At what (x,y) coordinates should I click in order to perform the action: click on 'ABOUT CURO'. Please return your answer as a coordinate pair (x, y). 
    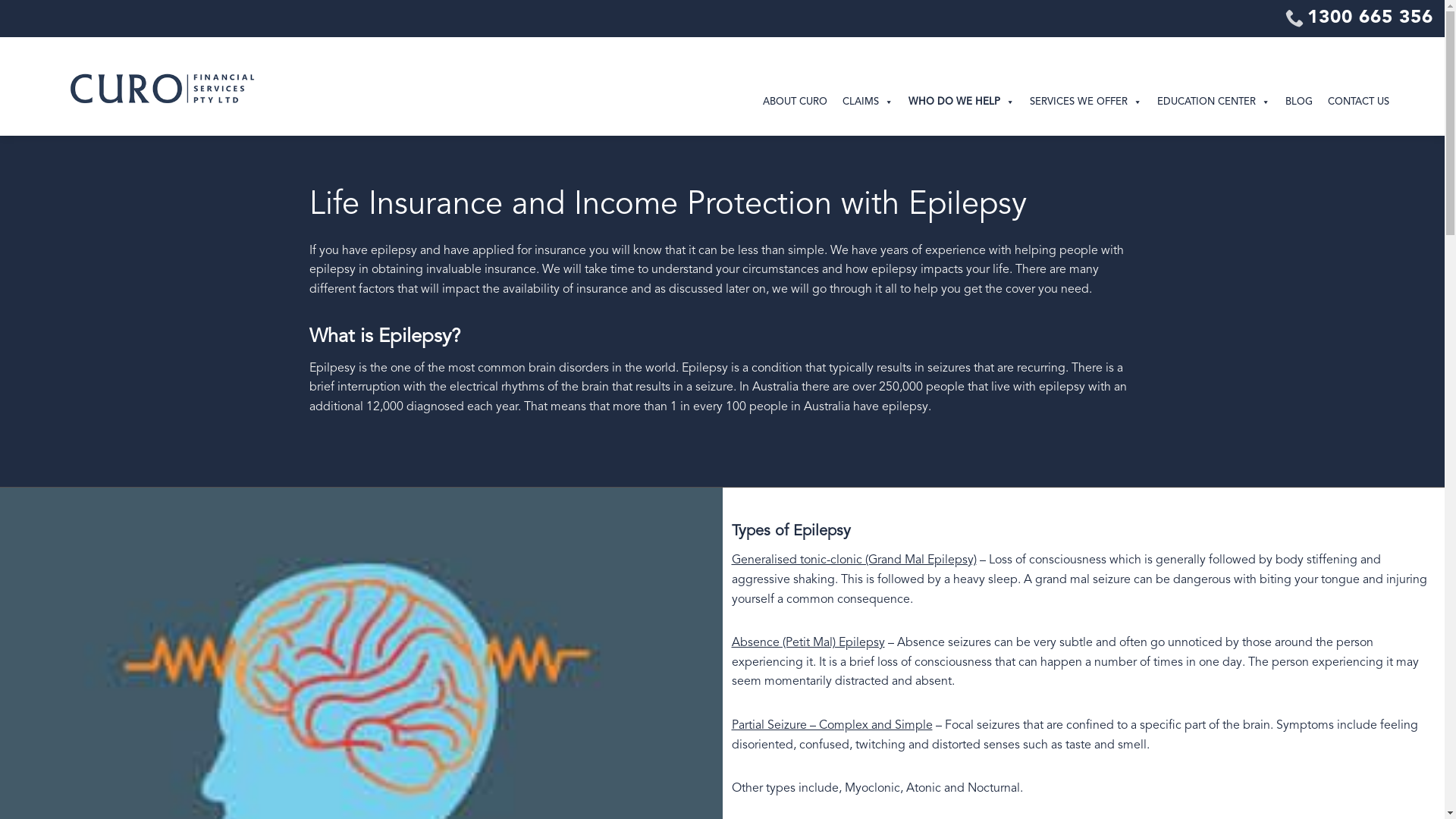
    Looking at the image, I should click on (755, 102).